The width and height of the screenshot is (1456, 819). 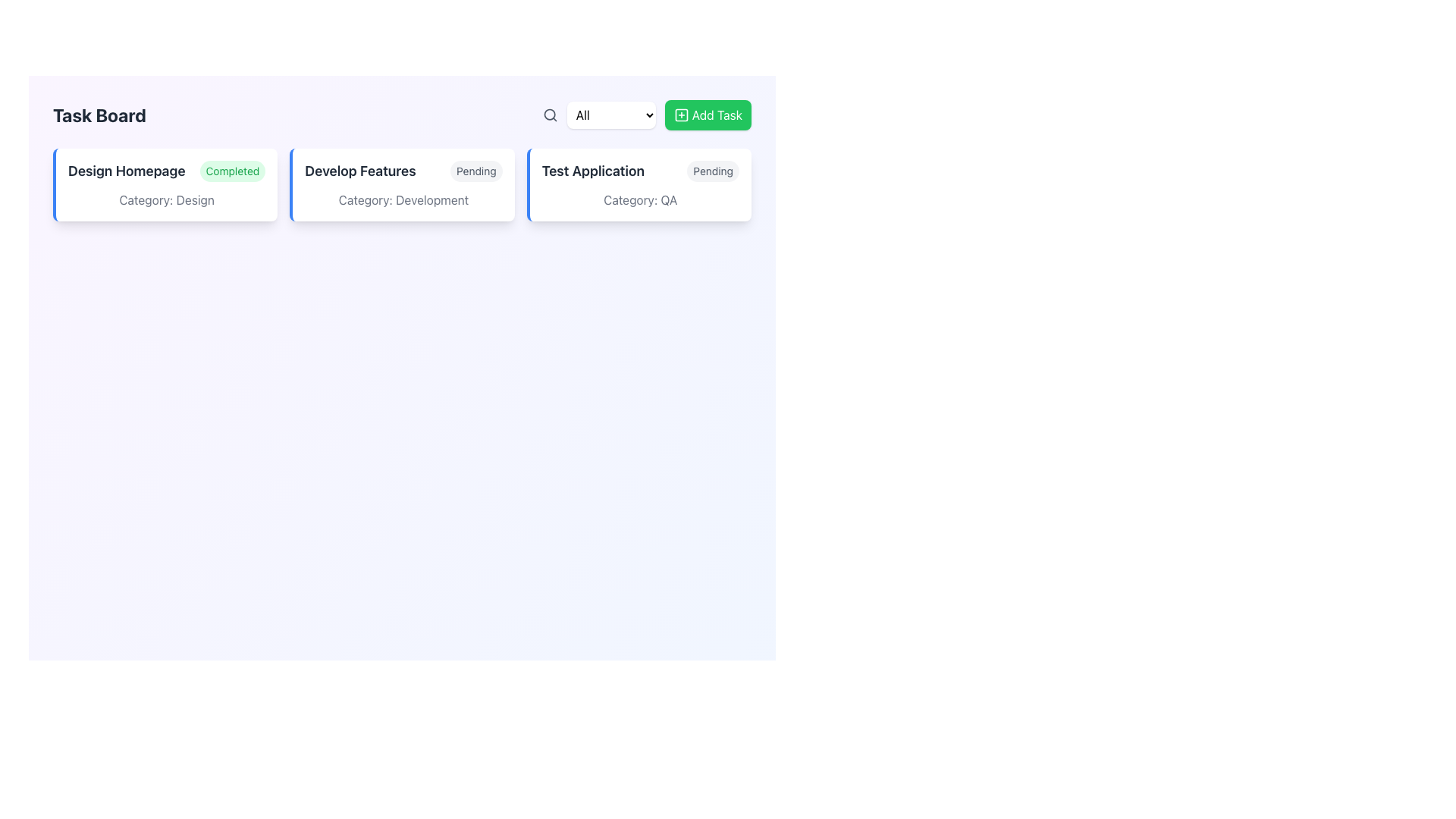 I want to click on the small rounded rectangle icon located centrally within the 'Add Task' green button, which has a light gray border, so click(x=680, y=114).